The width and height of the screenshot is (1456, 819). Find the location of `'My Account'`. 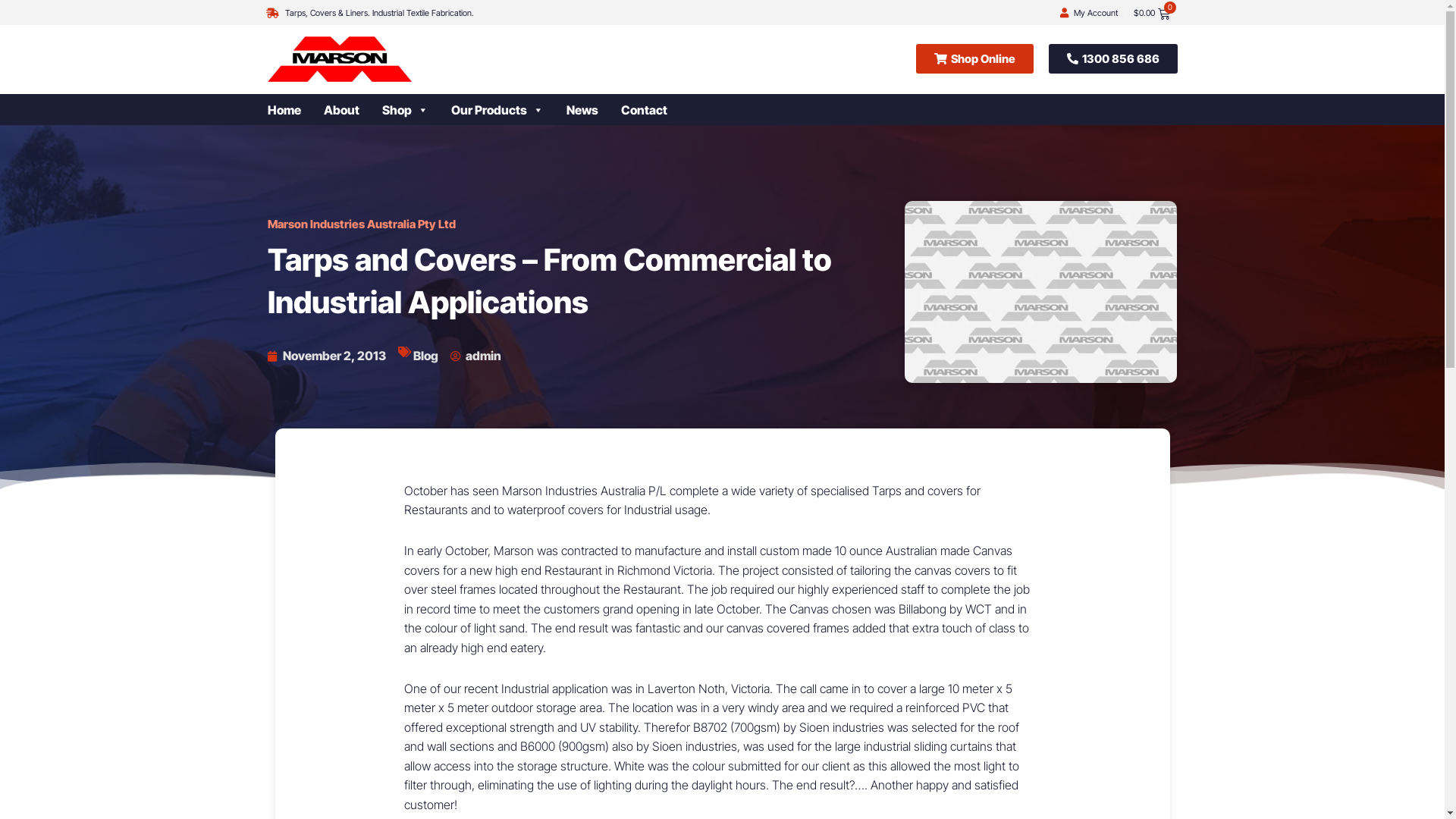

'My Account' is located at coordinates (1073, 12).